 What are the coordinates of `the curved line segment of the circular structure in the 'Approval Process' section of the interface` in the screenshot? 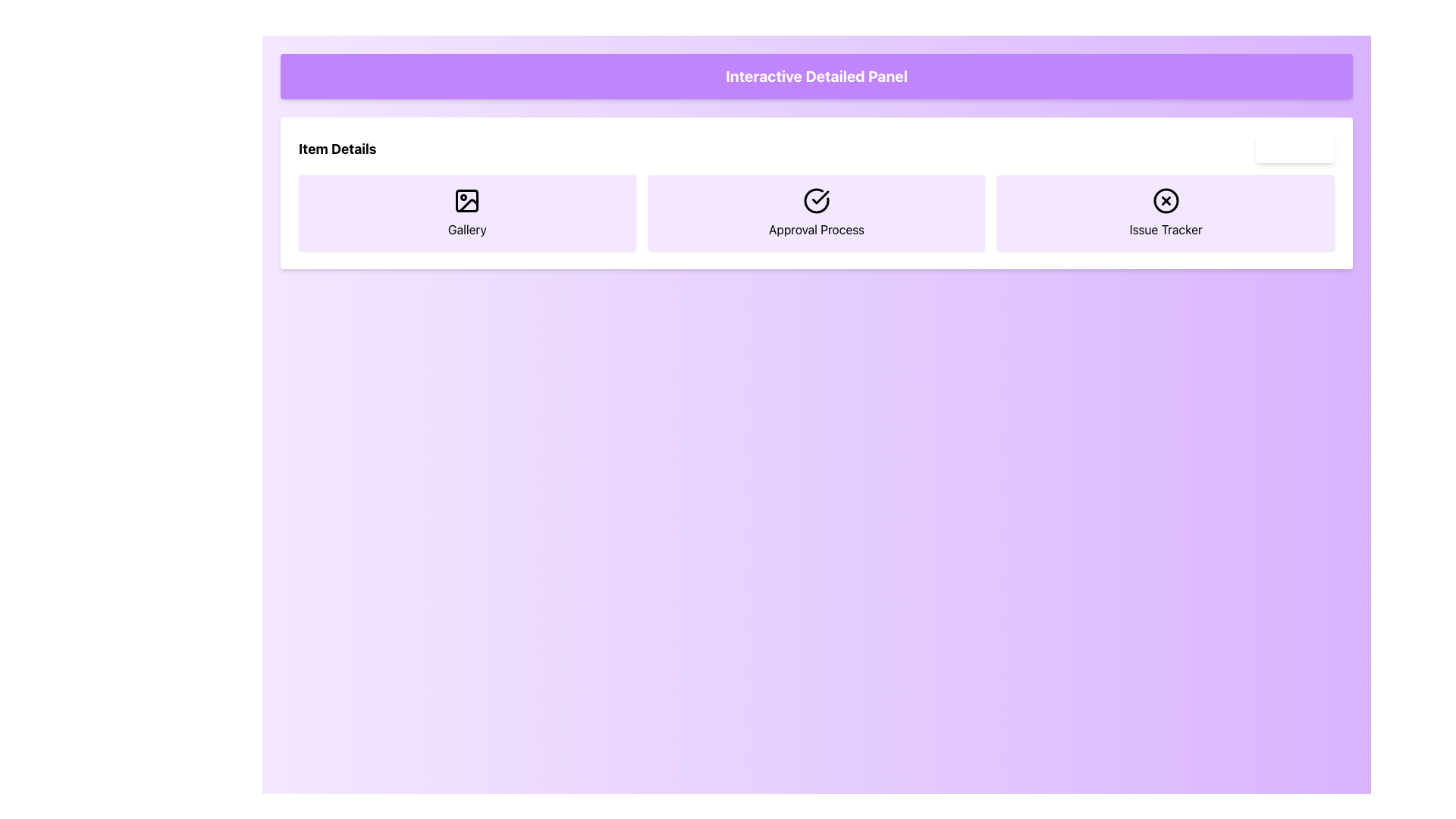 It's located at (815, 200).